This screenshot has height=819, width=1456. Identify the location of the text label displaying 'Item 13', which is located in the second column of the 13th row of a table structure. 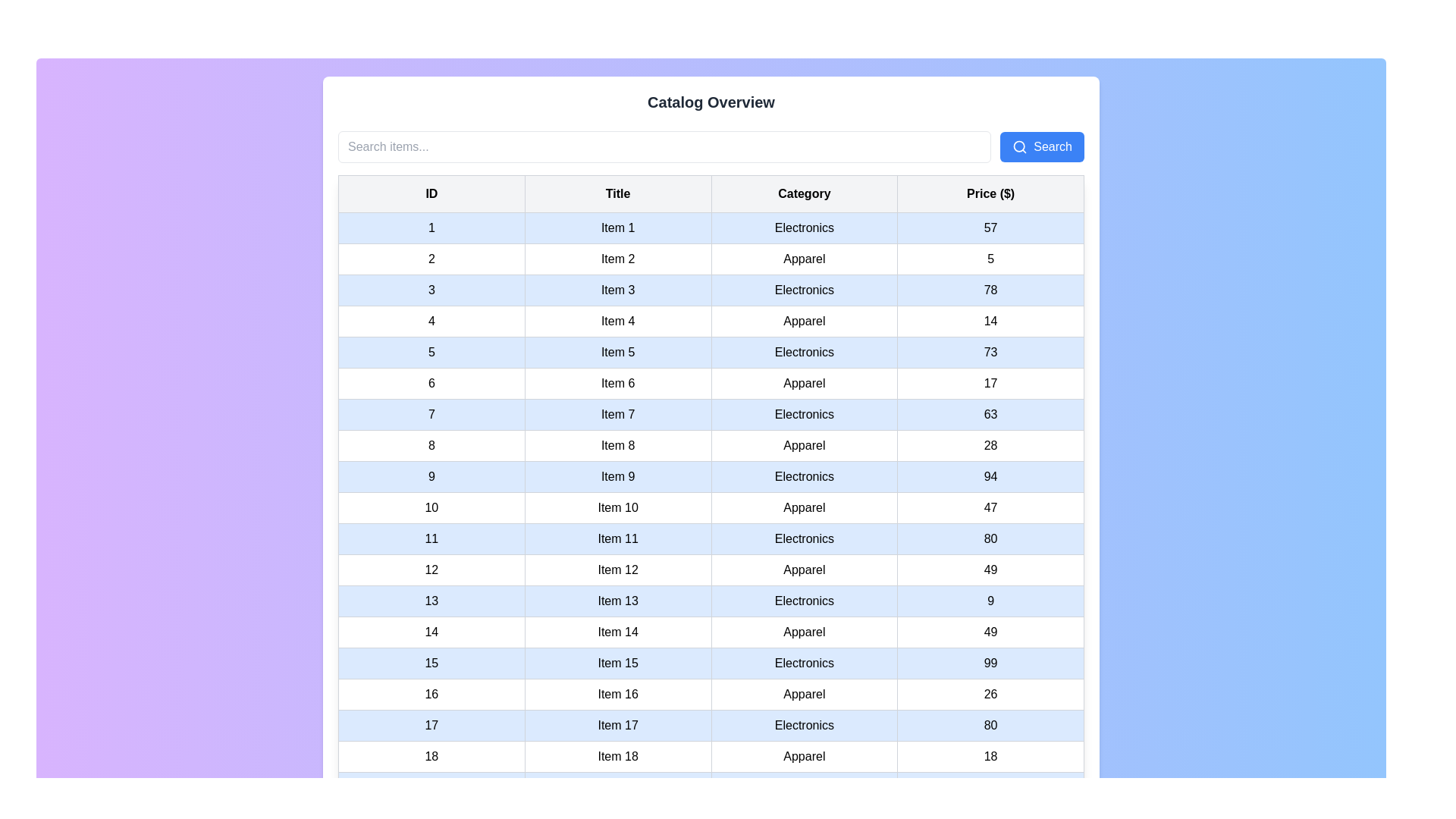
(618, 601).